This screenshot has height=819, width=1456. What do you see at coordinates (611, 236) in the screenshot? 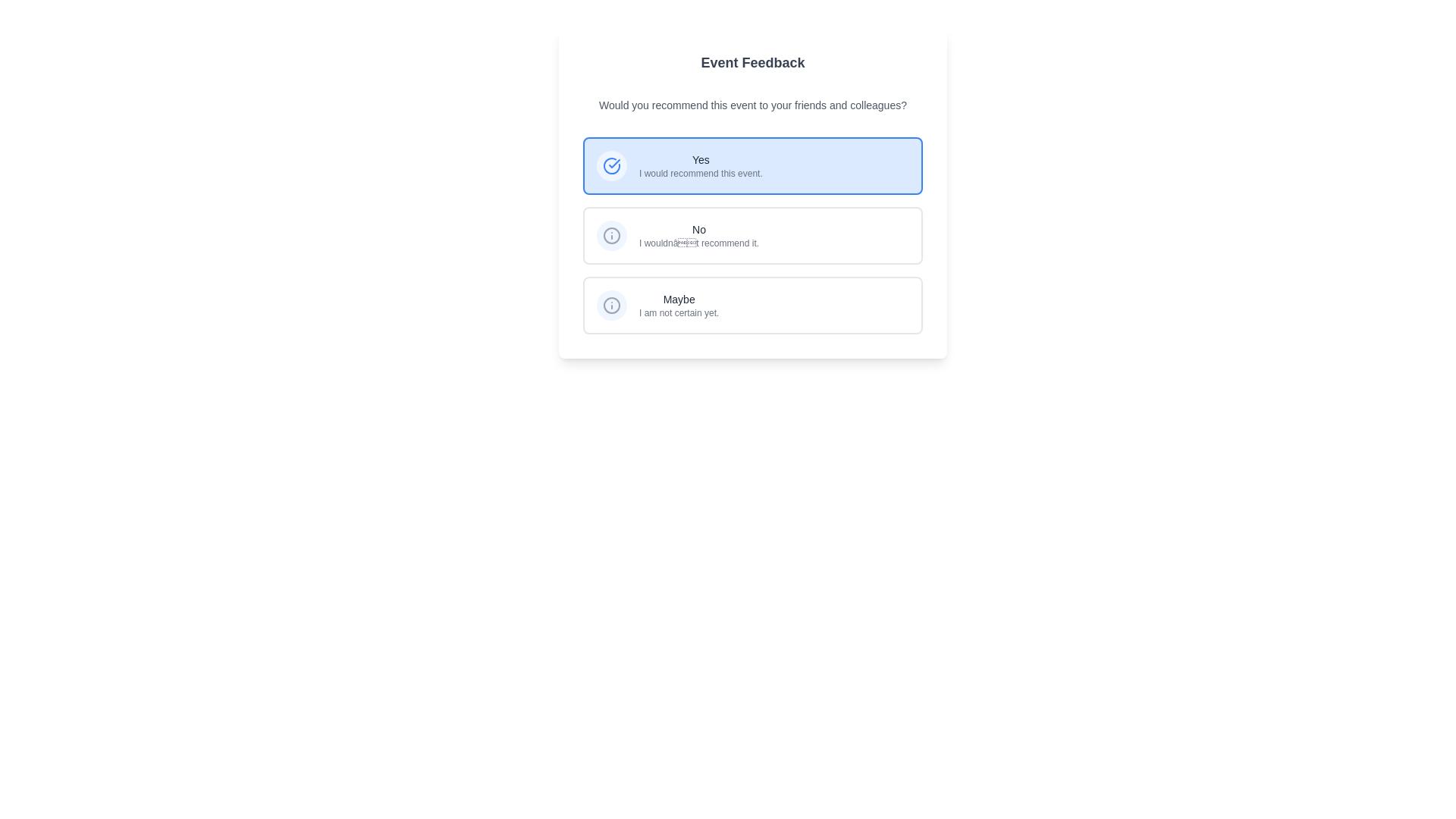
I see `the informational icon, which is a circular light blue icon with a gray 'i' symbol, located to the far left of the 'No, I wouldn’t recommend it.' feedback option` at bounding box center [611, 236].